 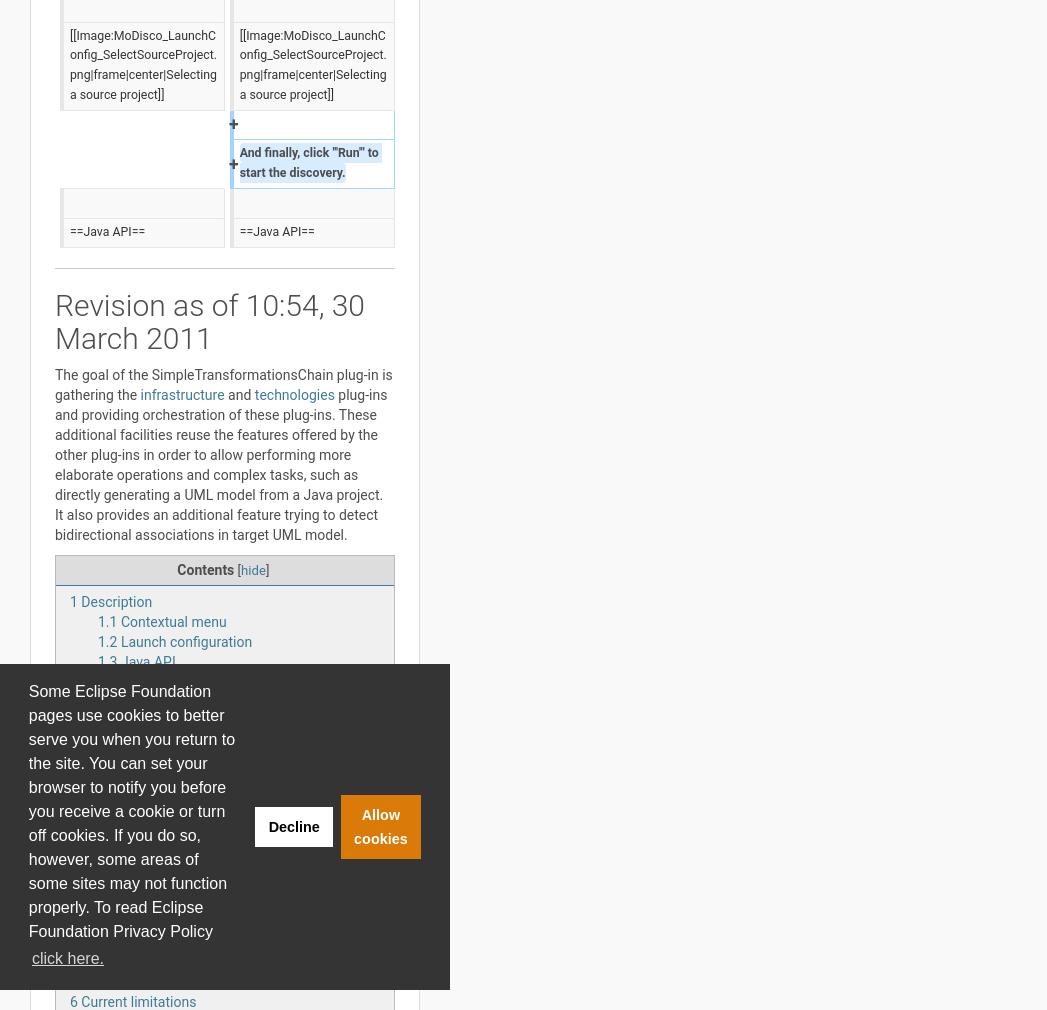 I want to click on 'Team', so click(x=97, y=700).